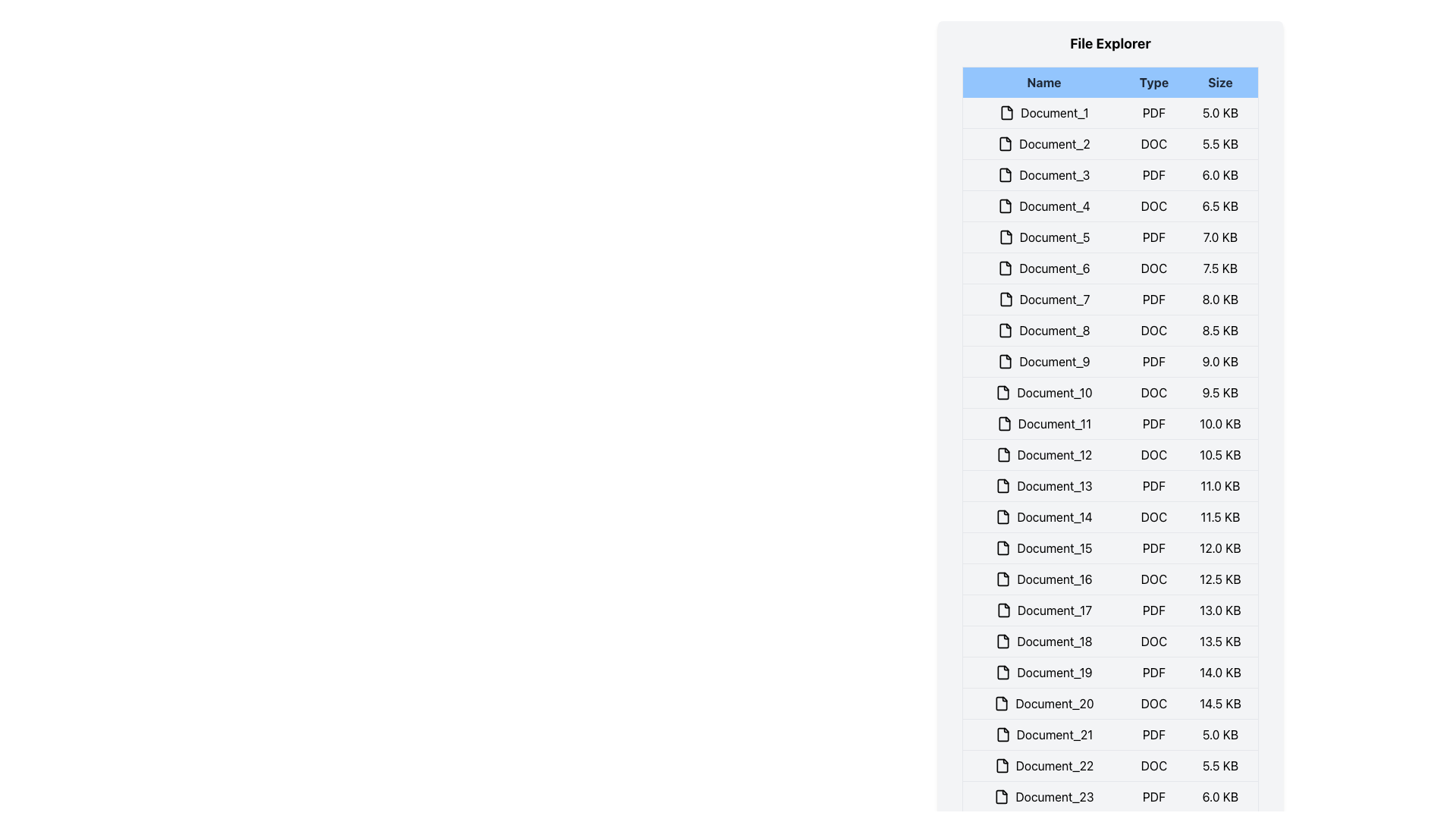 Image resolution: width=1456 pixels, height=819 pixels. What do you see at coordinates (1110, 516) in the screenshot?
I see `the file entry representing 'Document_14' in the file explorer` at bounding box center [1110, 516].